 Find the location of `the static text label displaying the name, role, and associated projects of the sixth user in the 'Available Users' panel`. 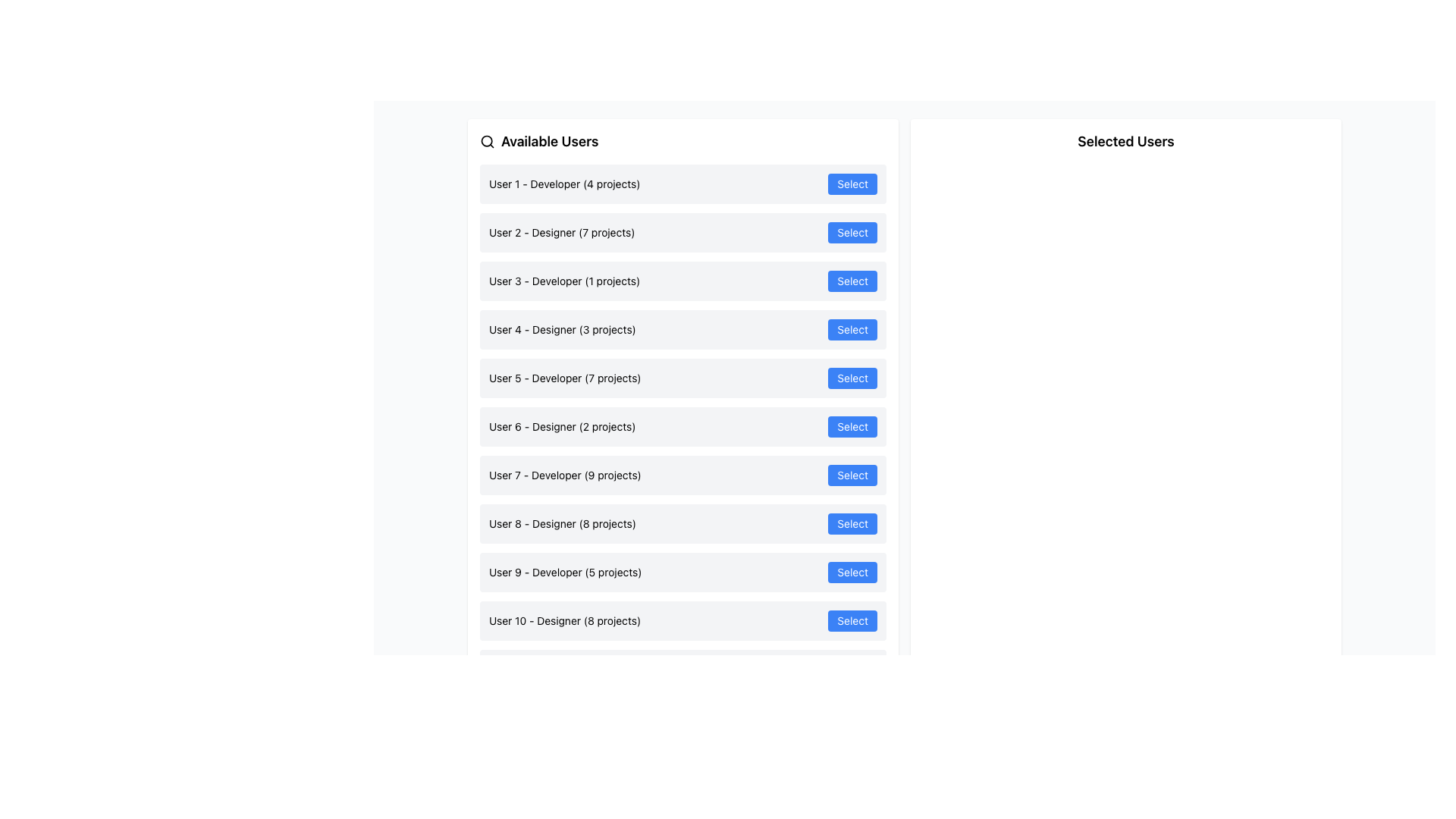

the static text label displaying the name, role, and associated projects of the sixth user in the 'Available Users' panel is located at coordinates (561, 427).